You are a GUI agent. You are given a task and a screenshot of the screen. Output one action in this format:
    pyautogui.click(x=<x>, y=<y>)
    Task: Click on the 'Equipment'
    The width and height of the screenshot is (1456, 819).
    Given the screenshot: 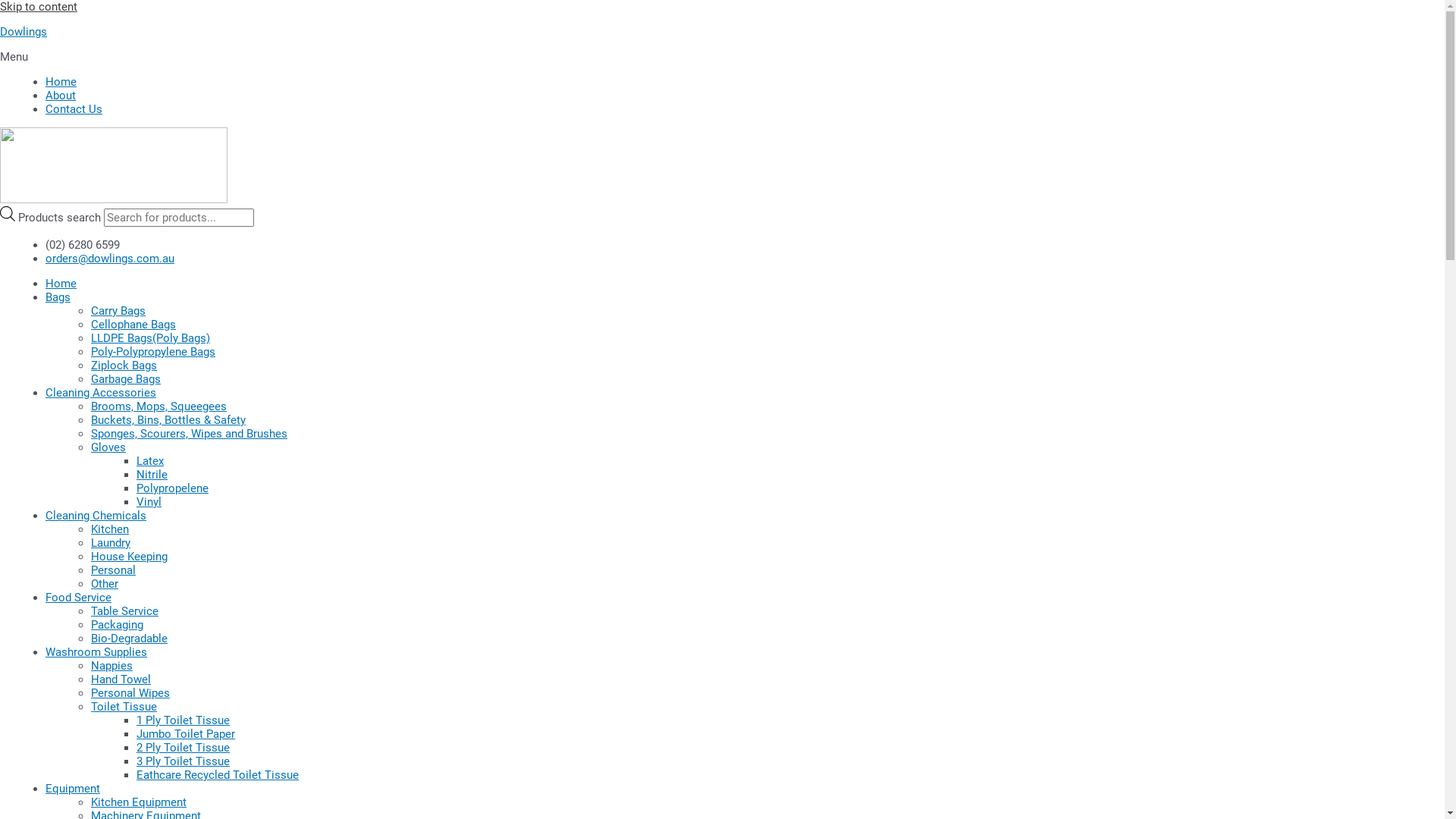 What is the action you would take?
    pyautogui.click(x=72, y=788)
    